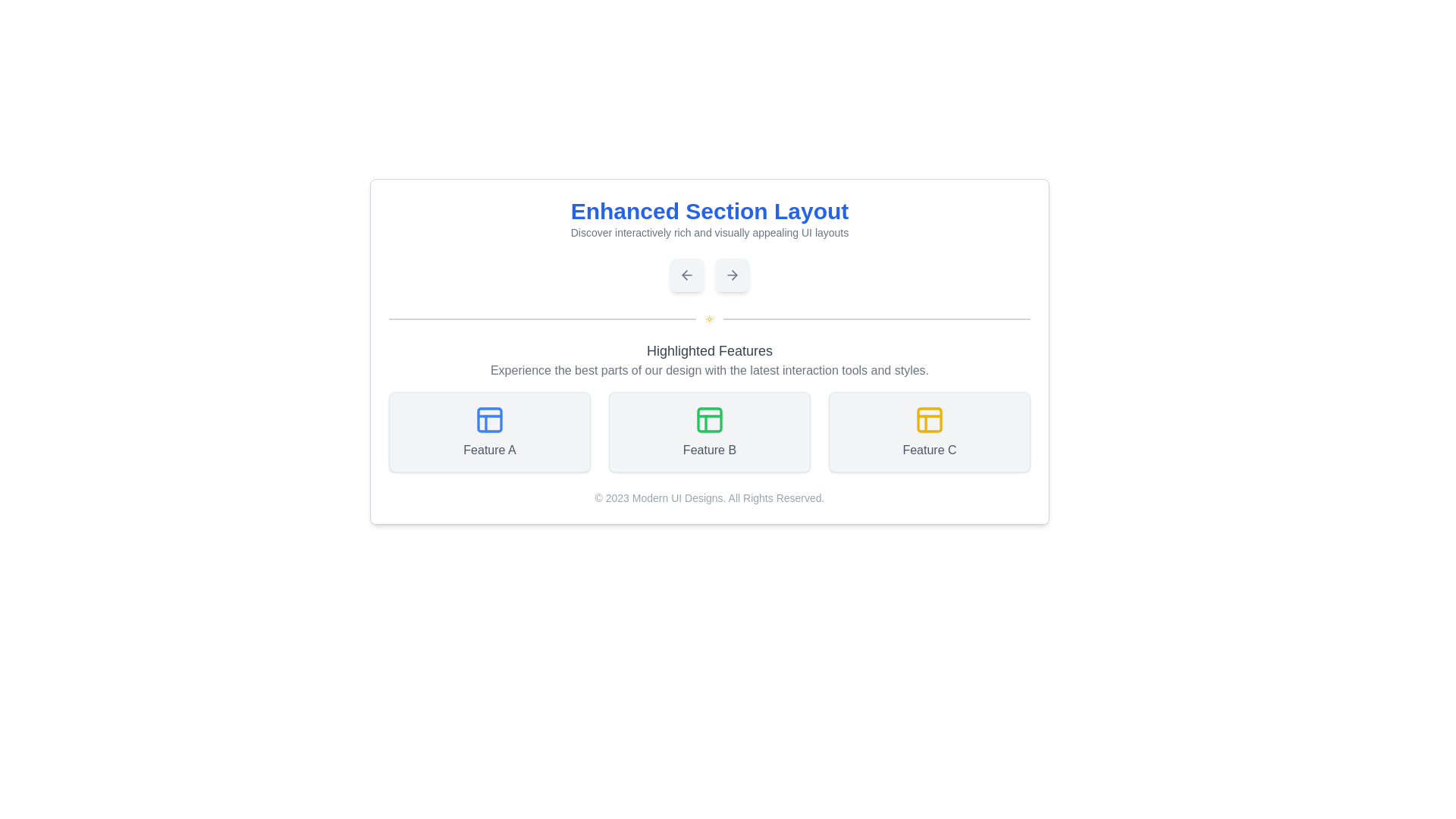 Image resolution: width=1456 pixels, height=819 pixels. I want to click on the label that serves as a description for the middle box among 'Feature A', 'Feature B', and 'Feature C', so click(709, 450).